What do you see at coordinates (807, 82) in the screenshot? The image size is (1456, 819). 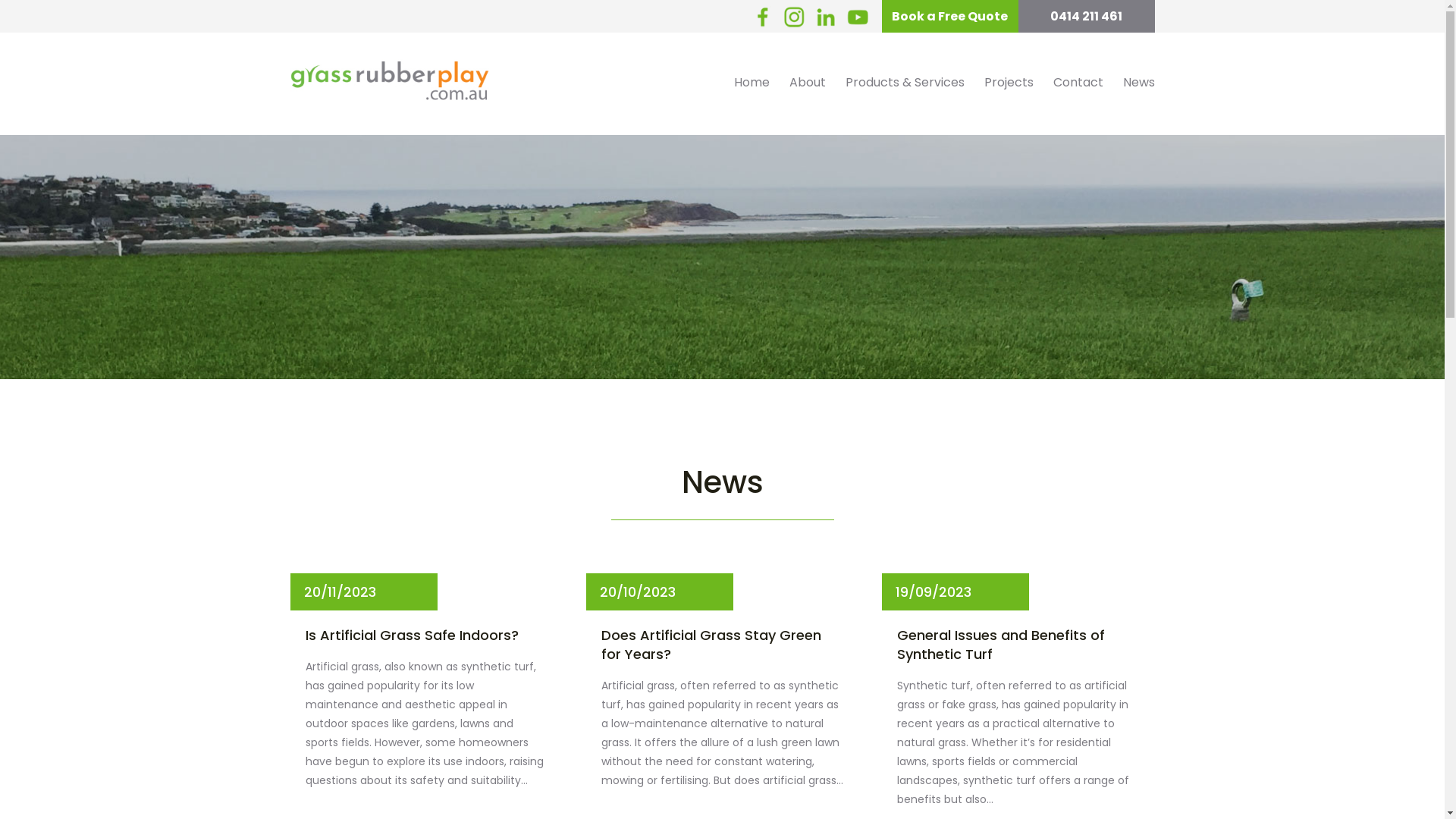 I see `'About'` at bounding box center [807, 82].